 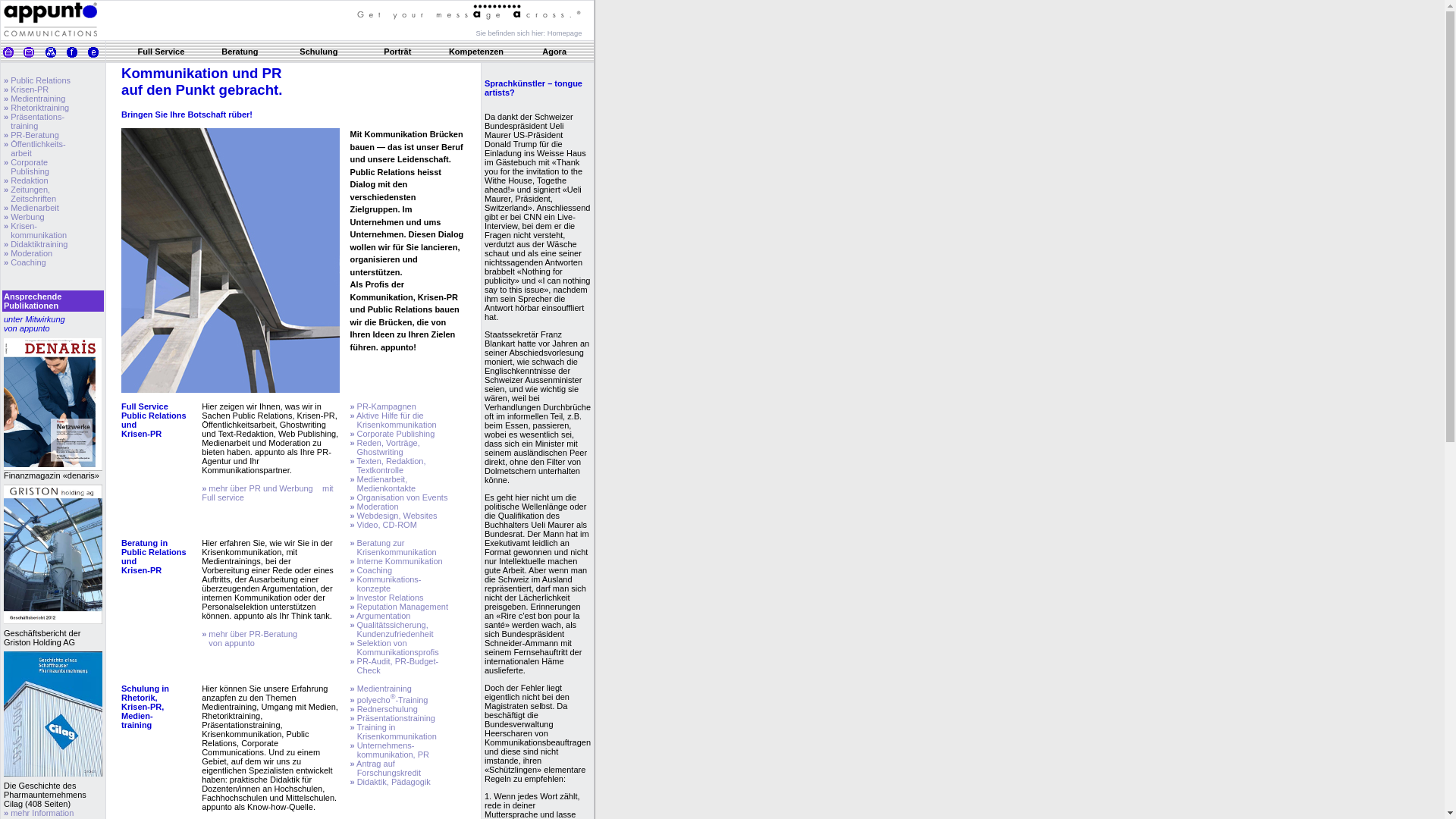 What do you see at coordinates (174, 66) in the screenshot?
I see `'coach outlet stores locations'` at bounding box center [174, 66].